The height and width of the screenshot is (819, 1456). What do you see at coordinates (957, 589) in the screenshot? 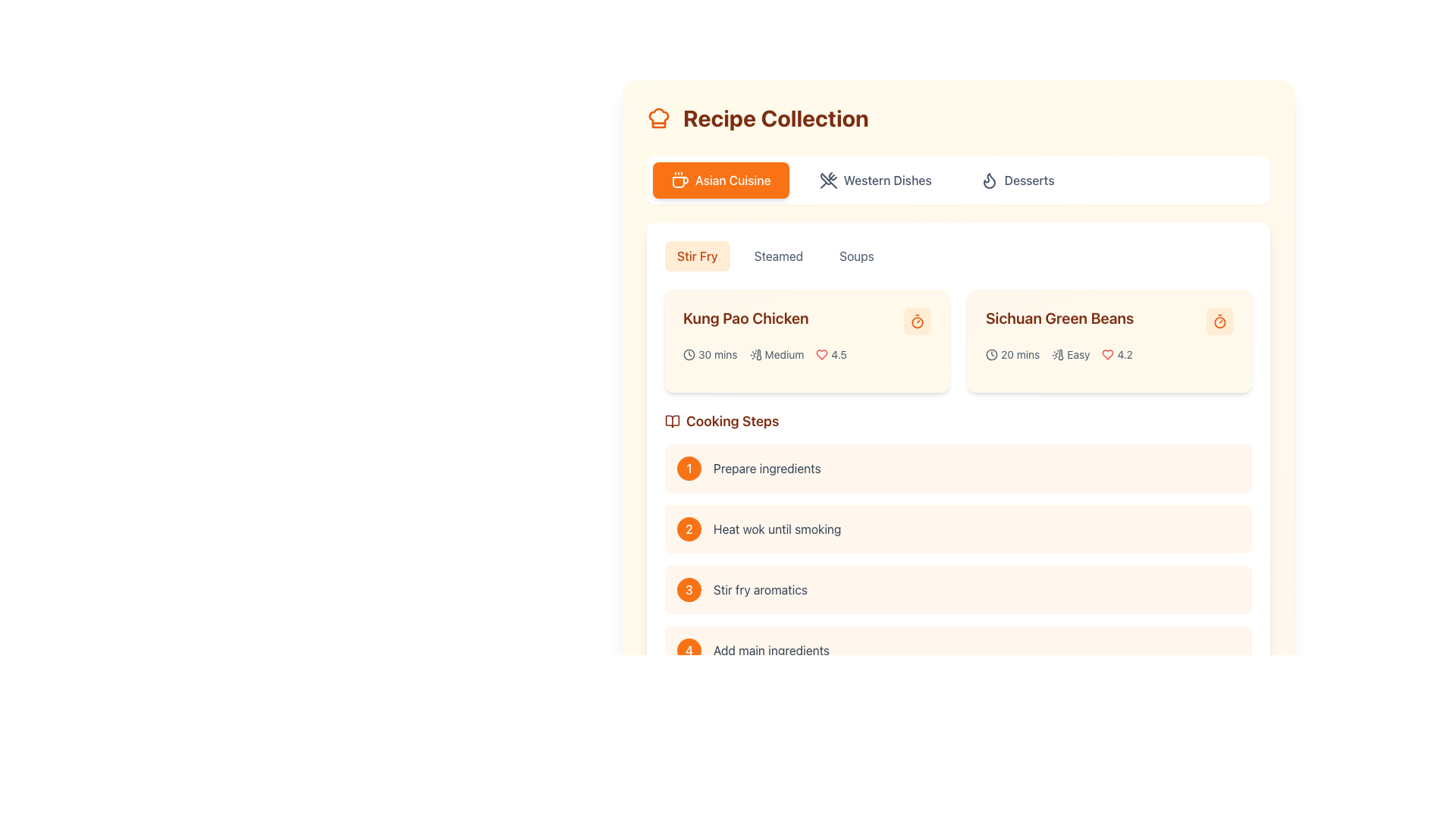
I see `the third item in the 'Cooking Steps' list, which provides the step 'Stir fry aromatics.'` at bounding box center [957, 589].